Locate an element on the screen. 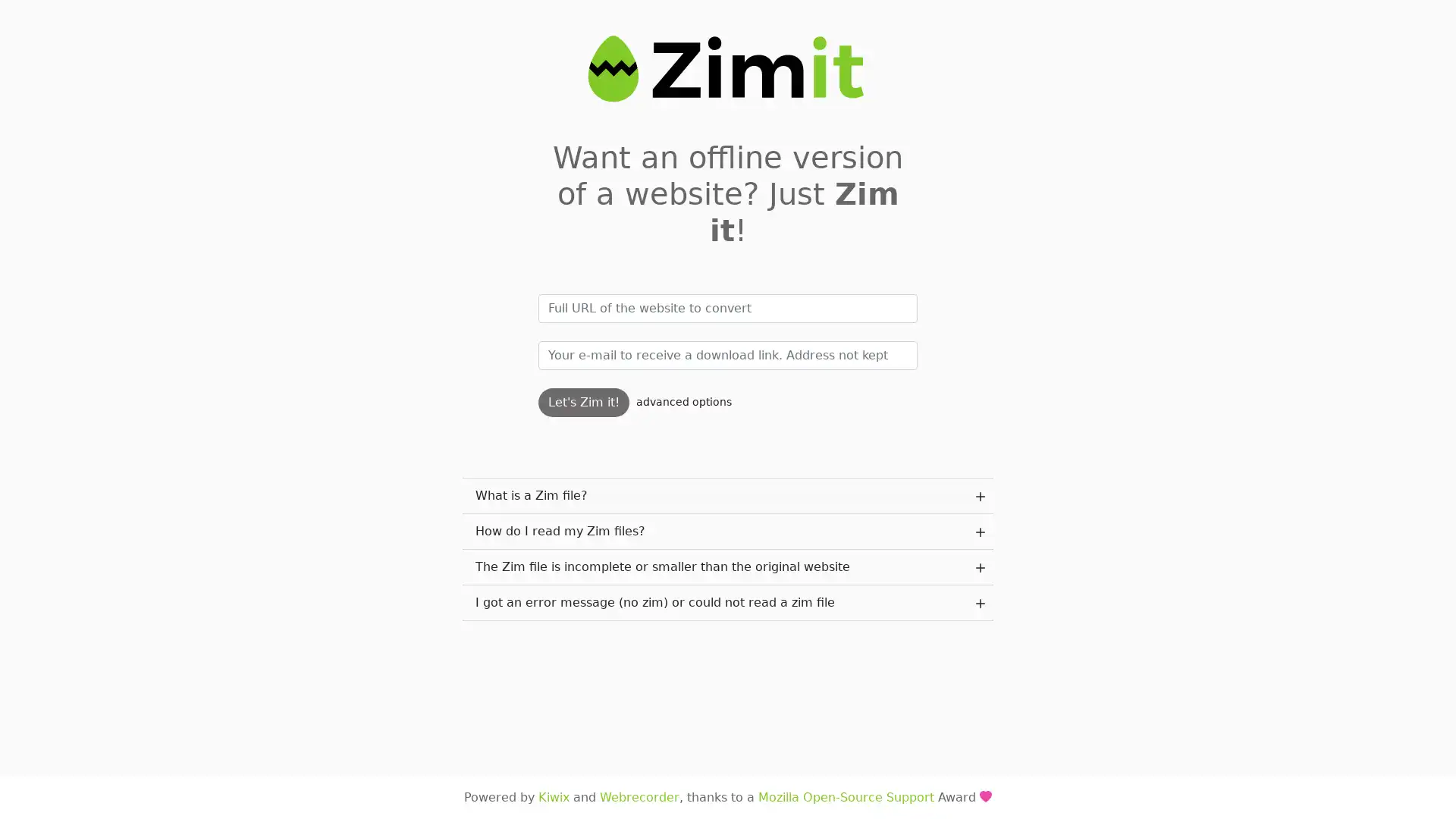  What is a Zim file? plus is located at coordinates (728, 494).